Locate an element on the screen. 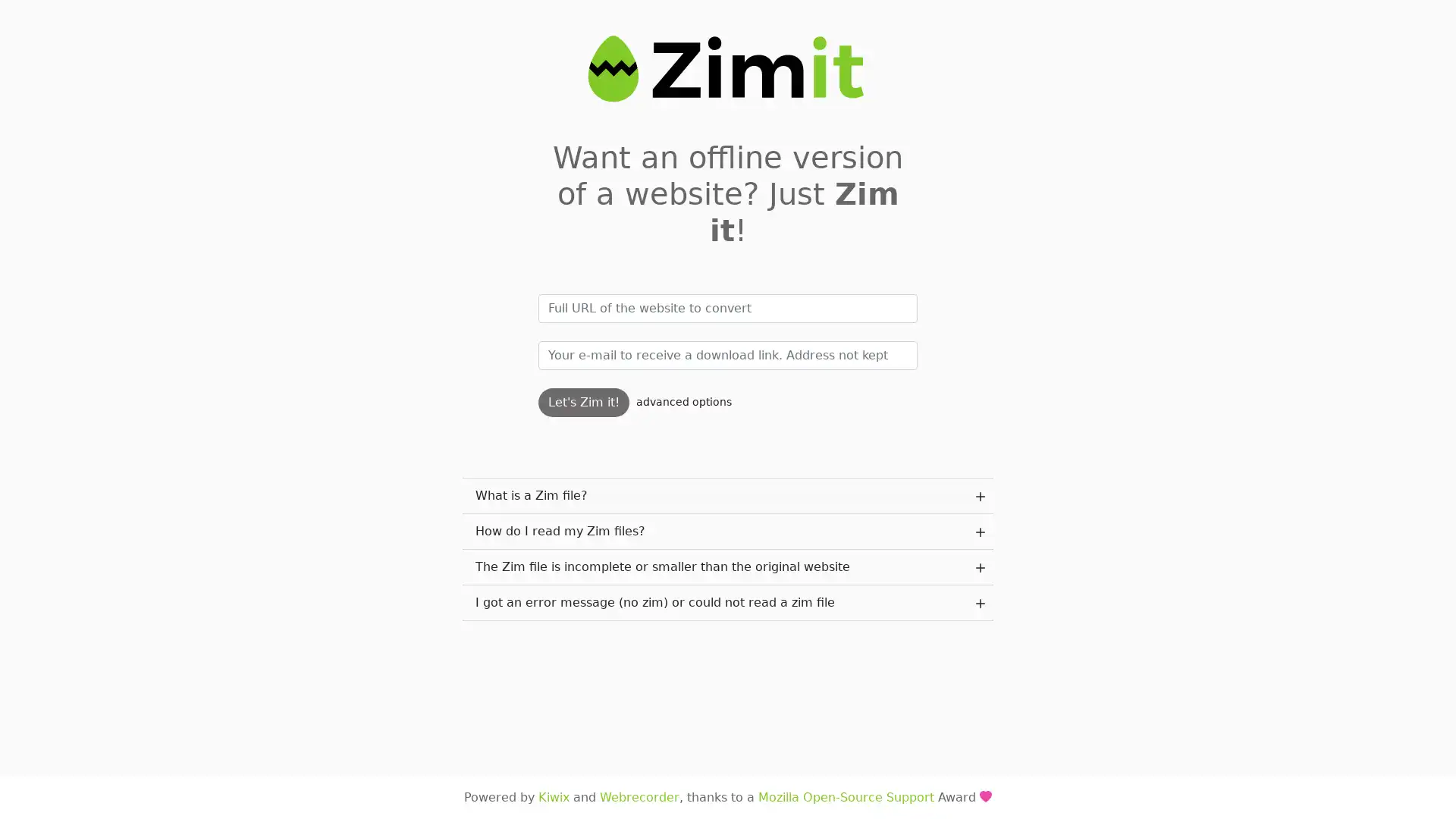  What is a Zim file? plus is located at coordinates (728, 494).